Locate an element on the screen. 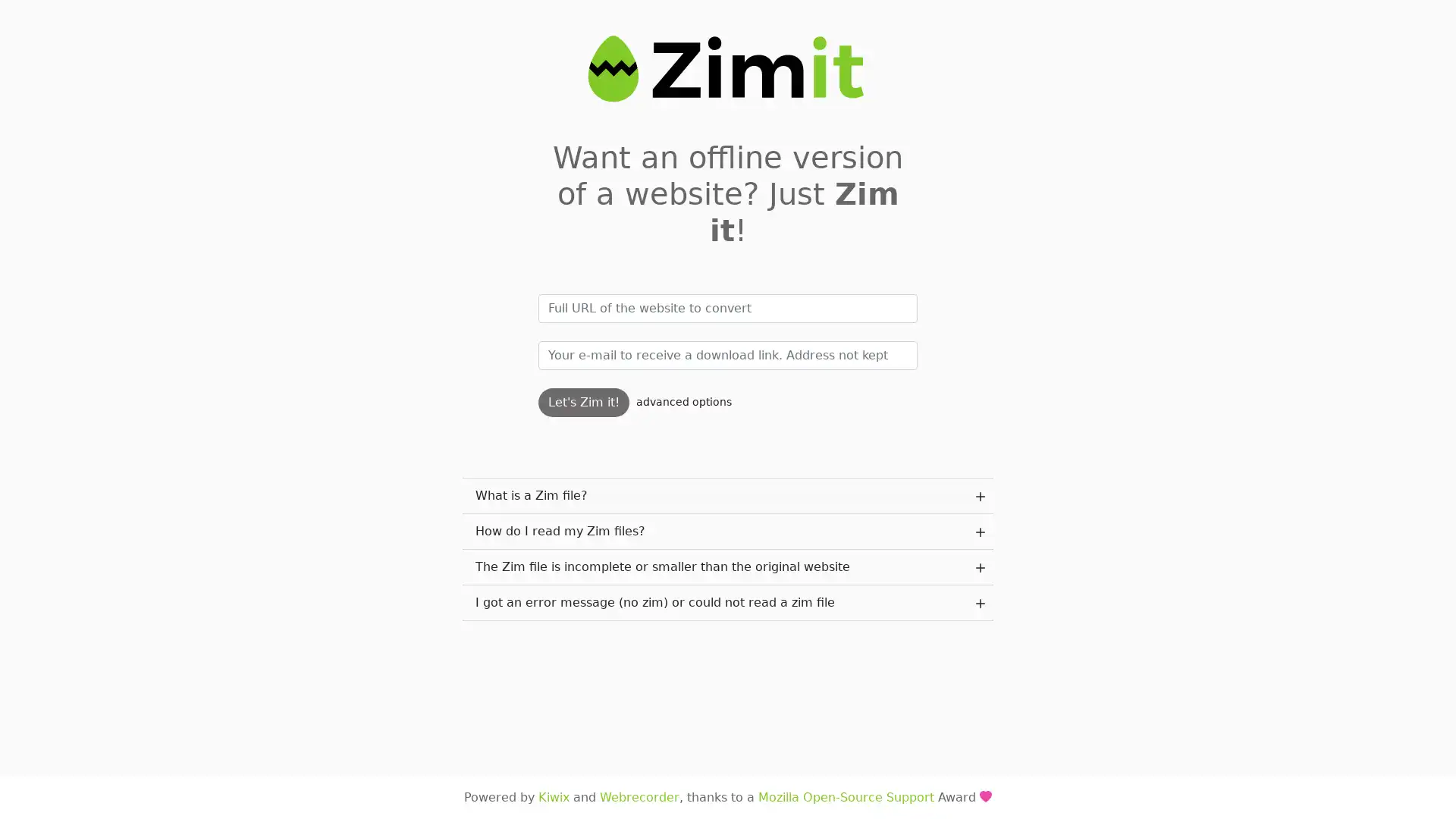  What is a Zim file? plus is located at coordinates (728, 494).